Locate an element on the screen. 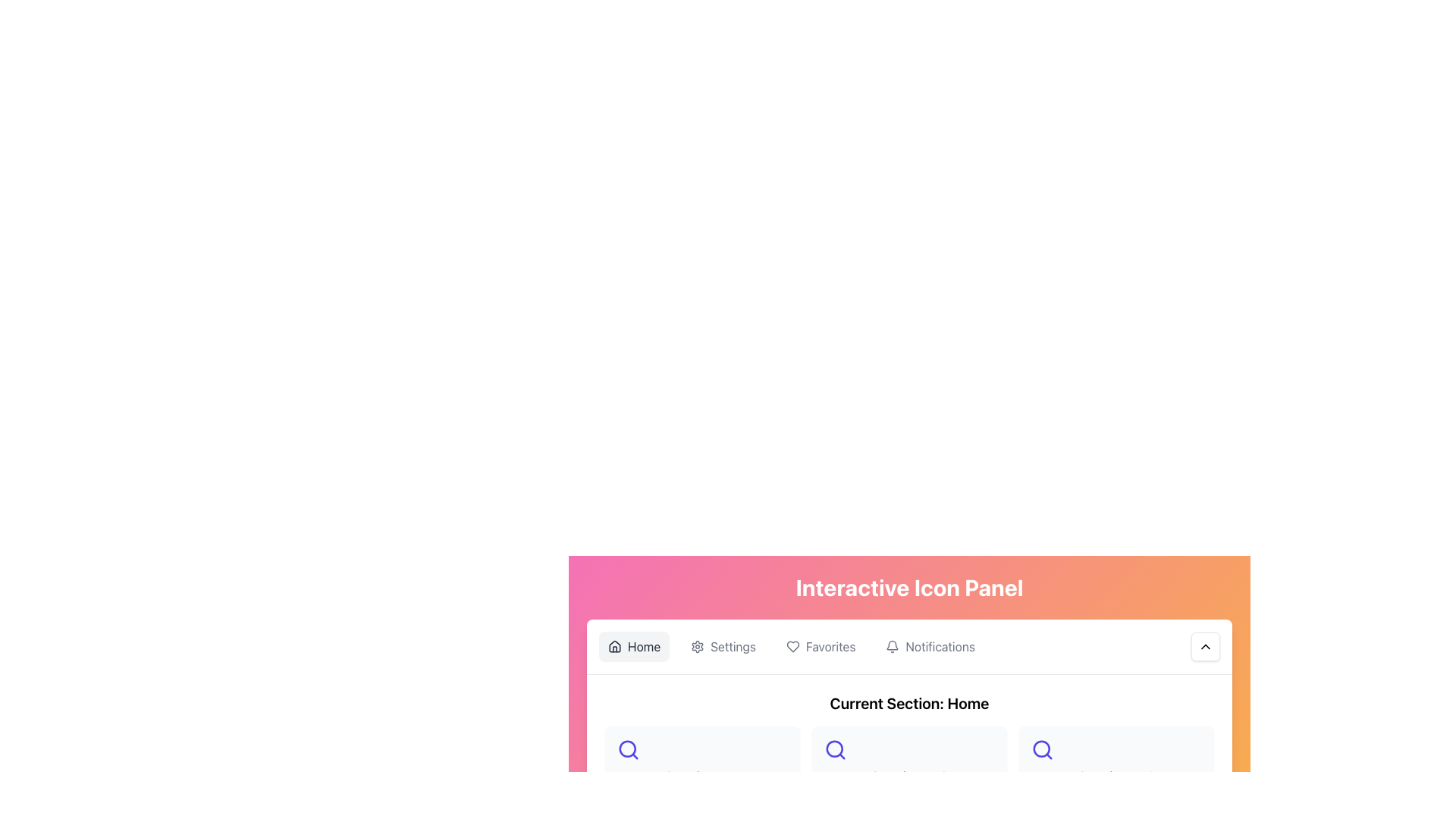  the 'Settings' button with a gear icon in the navigation bar is located at coordinates (723, 646).